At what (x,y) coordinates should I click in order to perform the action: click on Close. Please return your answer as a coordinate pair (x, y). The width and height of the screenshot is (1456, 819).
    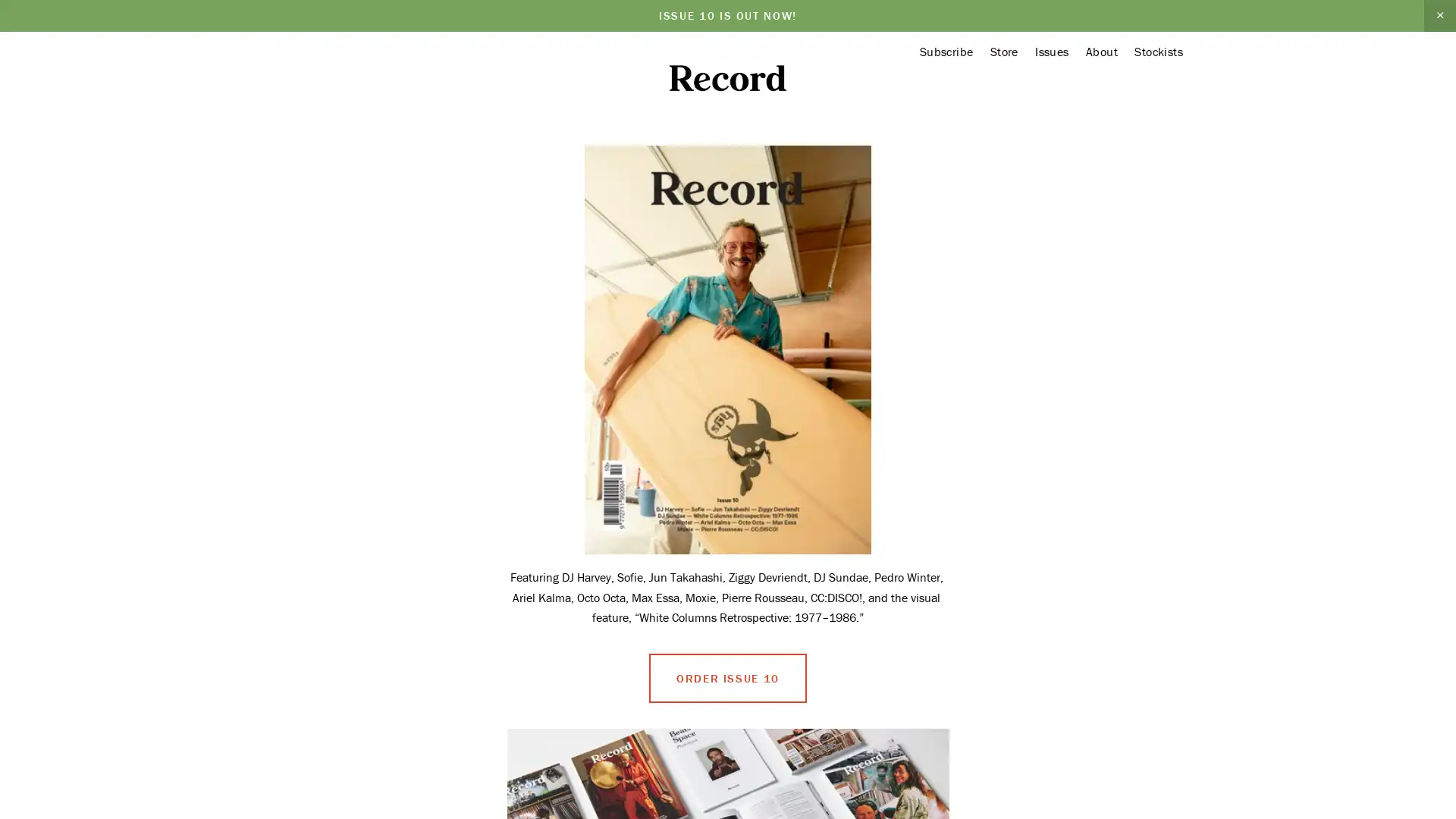
    Looking at the image, I should click on (1437, 681).